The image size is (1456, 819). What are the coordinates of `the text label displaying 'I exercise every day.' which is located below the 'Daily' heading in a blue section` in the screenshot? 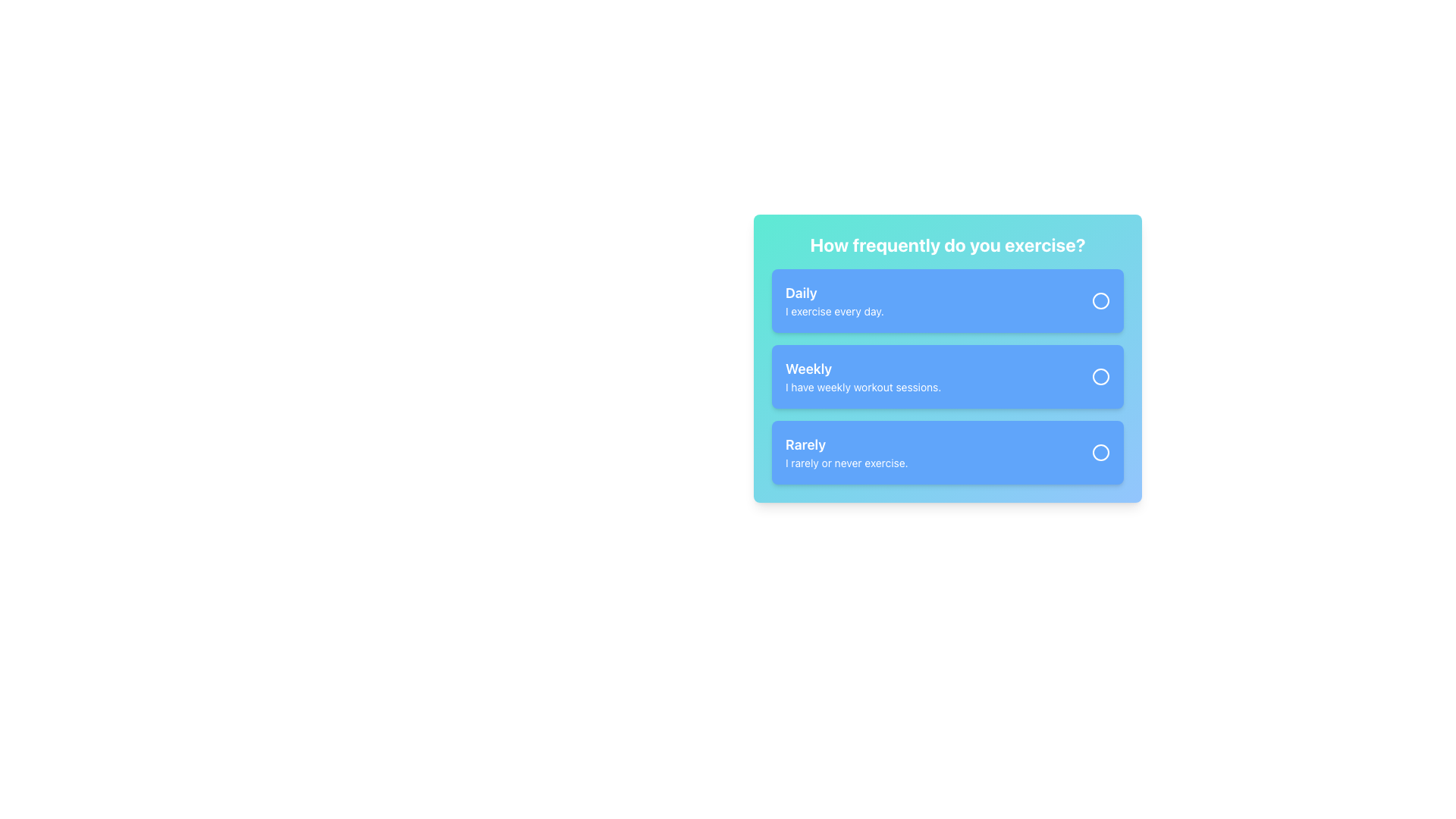 It's located at (833, 311).